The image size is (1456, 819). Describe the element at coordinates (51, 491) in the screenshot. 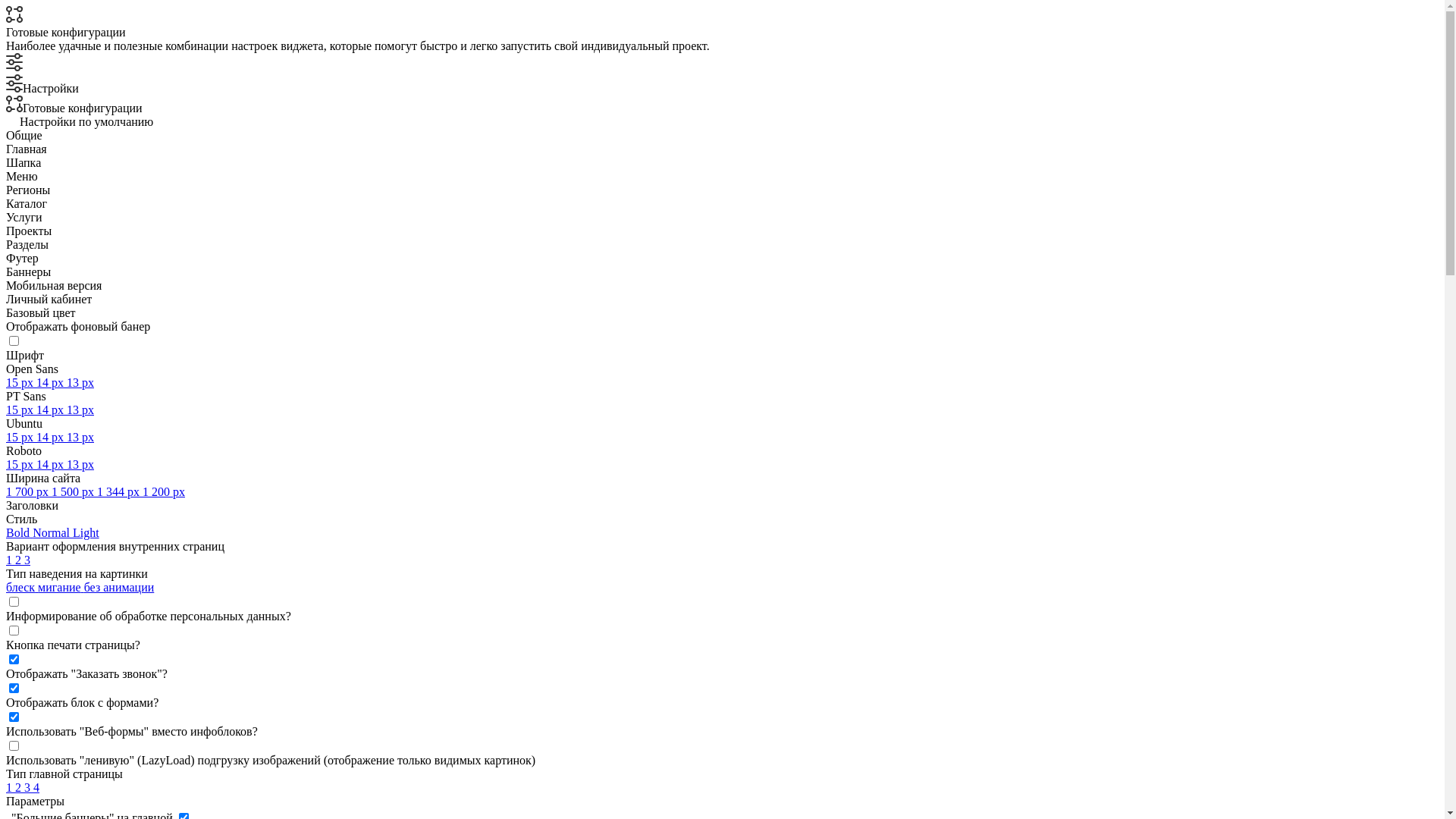

I see `'1 500 px'` at that location.